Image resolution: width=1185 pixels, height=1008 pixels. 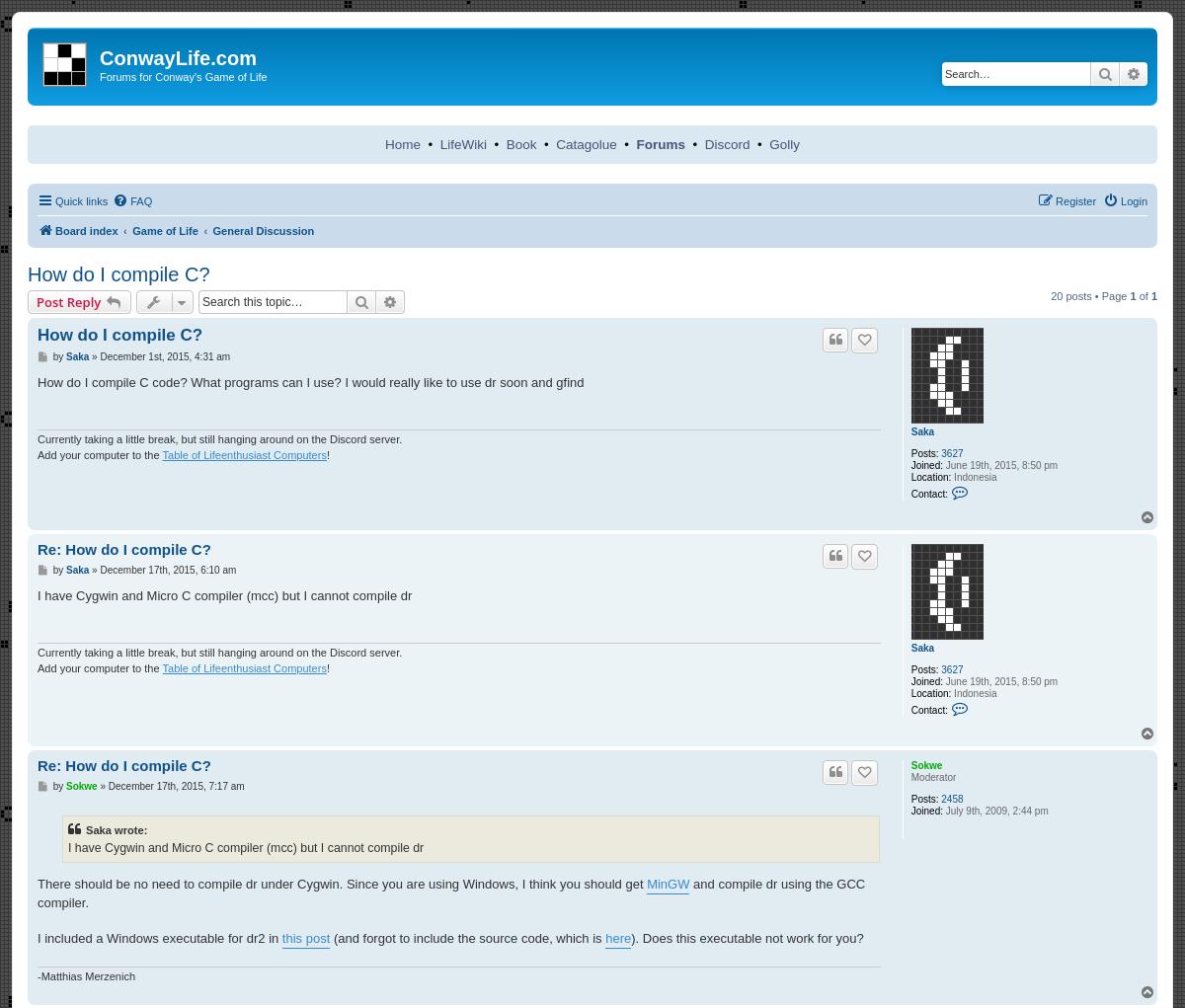 I want to click on 'here', so click(x=618, y=937).